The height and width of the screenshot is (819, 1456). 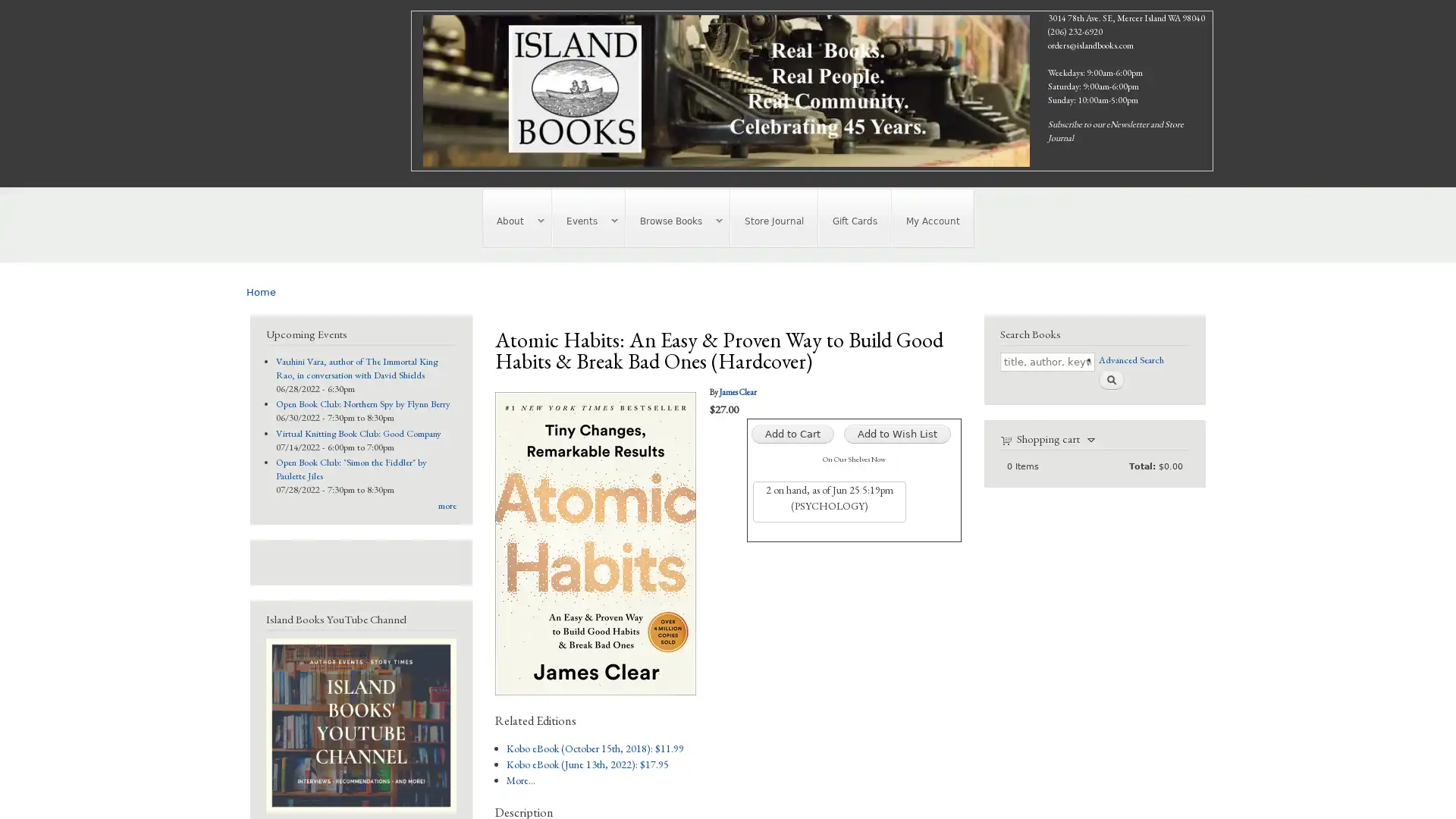 What do you see at coordinates (791, 433) in the screenshot?
I see `Add to Cart` at bounding box center [791, 433].